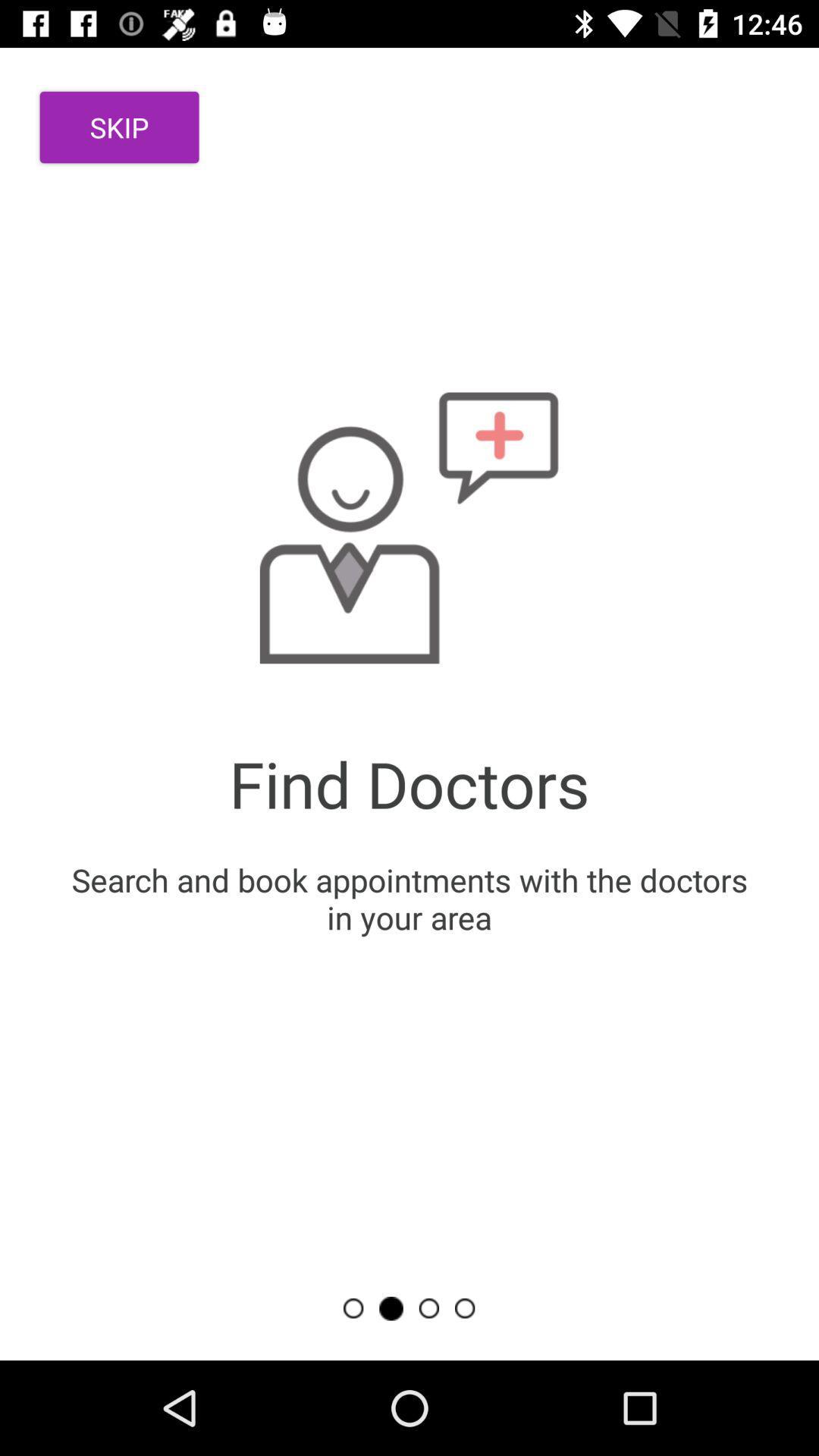 This screenshot has height=1456, width=819. What do you see at coordinates (118, 127) in the screenshot?
I see `the skip item` at bounding box center [118, 127].